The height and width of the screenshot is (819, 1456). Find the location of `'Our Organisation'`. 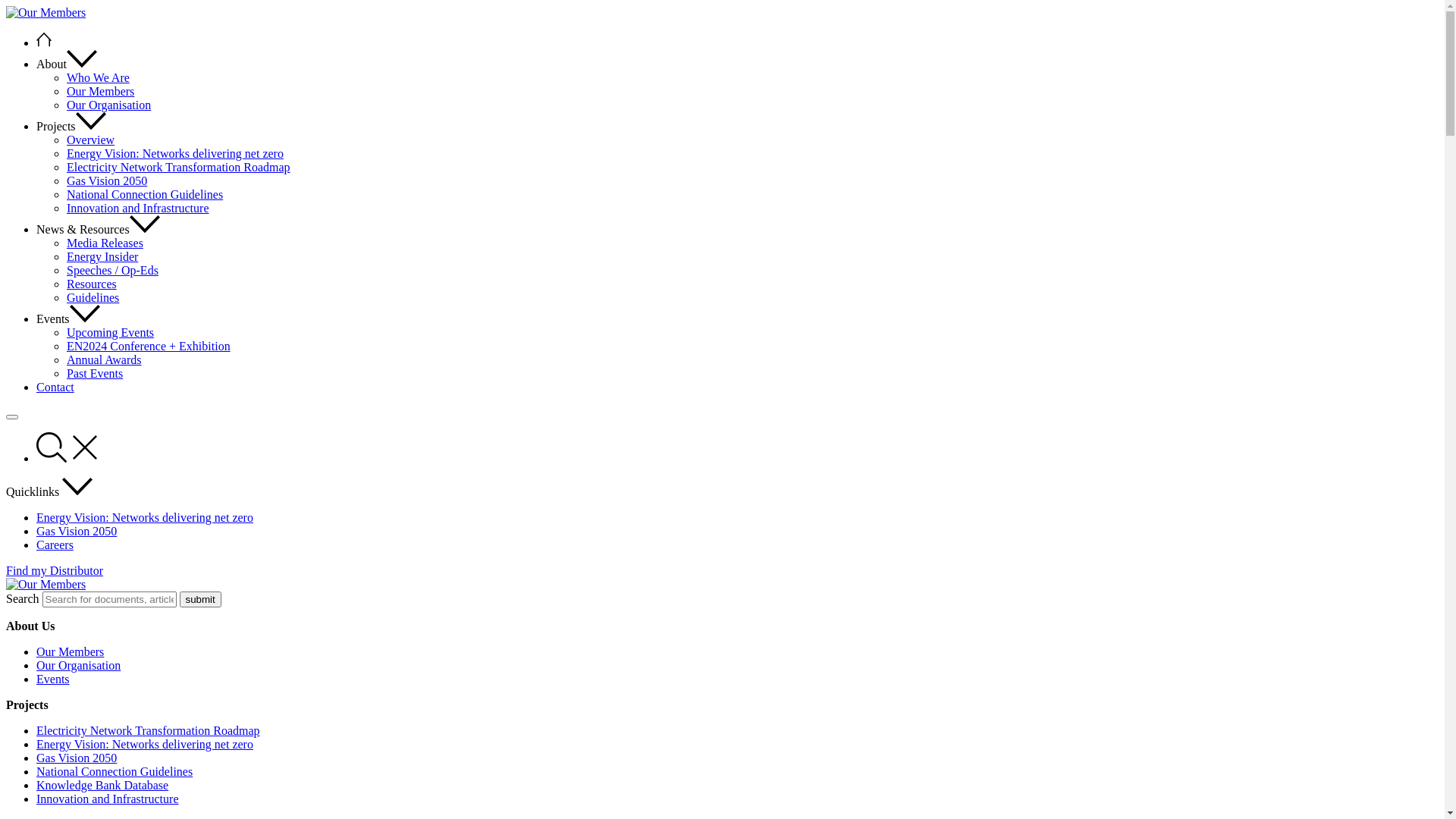

'Our Organisation' is located at coordinates (77, 664).